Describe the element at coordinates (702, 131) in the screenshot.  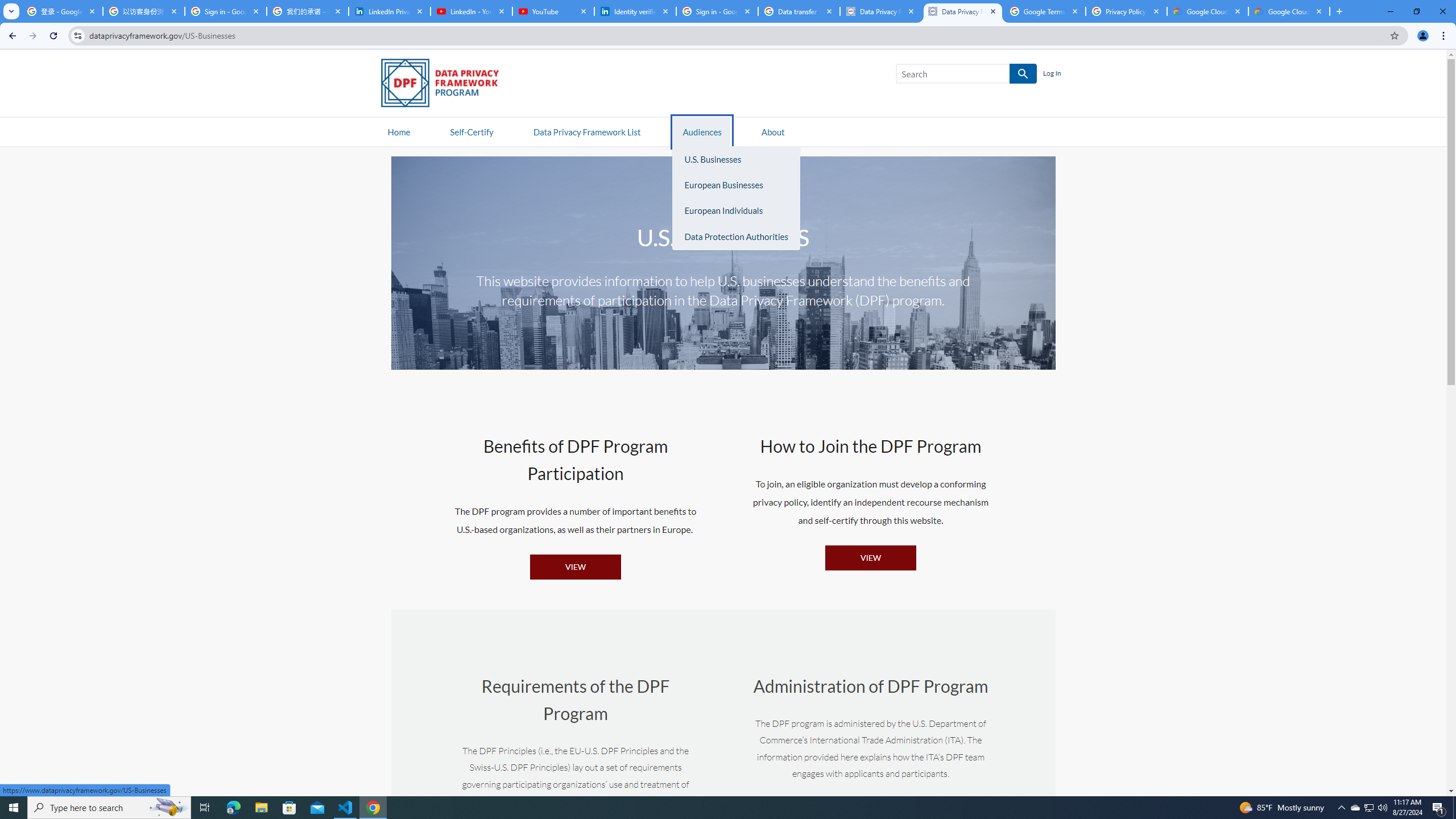
I see `'Audiences'` at that location.